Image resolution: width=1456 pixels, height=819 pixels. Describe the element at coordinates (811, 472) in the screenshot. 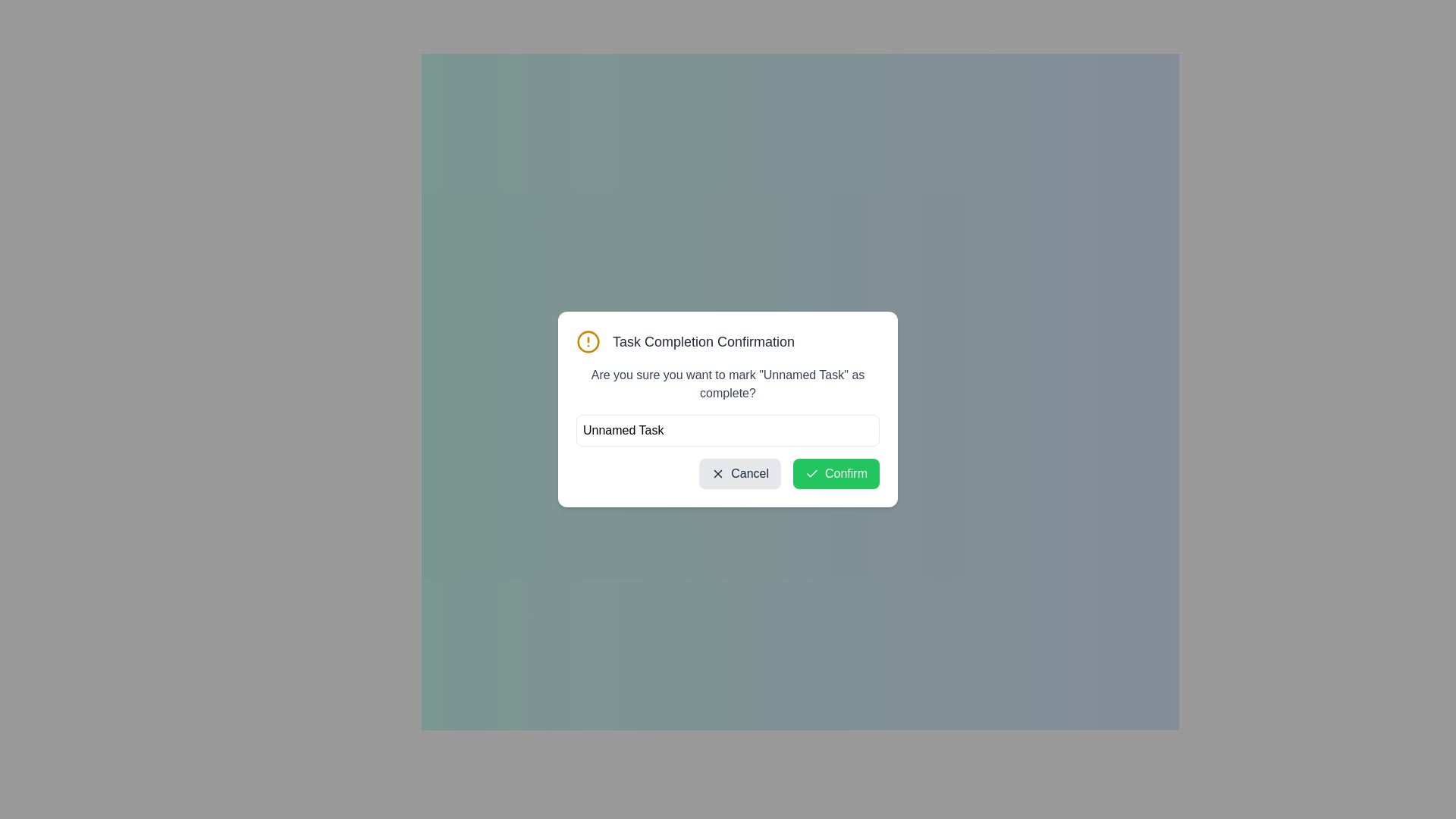

I see `the behavior of the decorative icon located to the left of the 'Confirm' button, which is positioned at the bottom-right area of the confirmation dialog box` at that location.